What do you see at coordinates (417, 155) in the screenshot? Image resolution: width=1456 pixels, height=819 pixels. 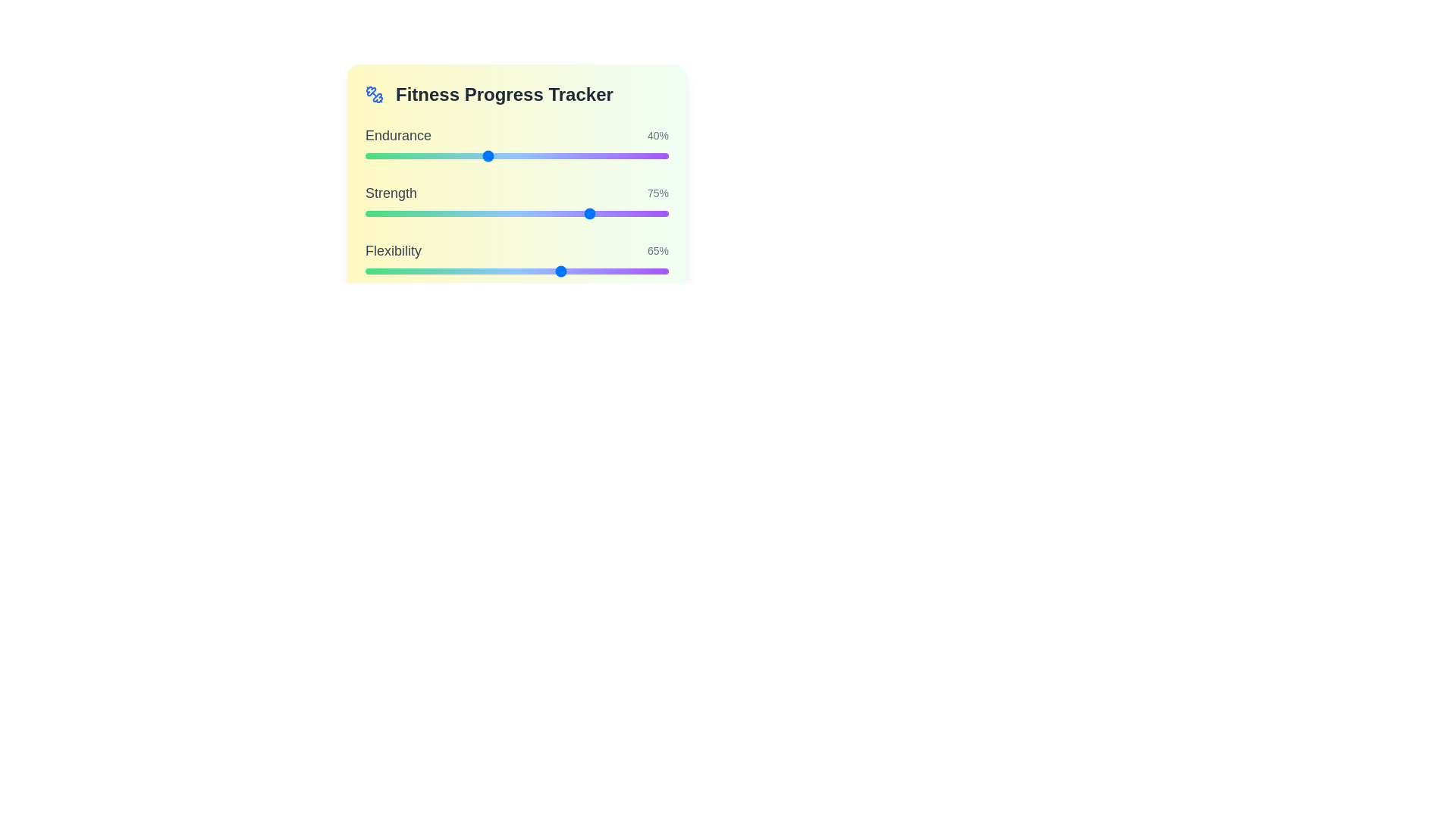 I see `endurance` at bounding box center [417, 155].